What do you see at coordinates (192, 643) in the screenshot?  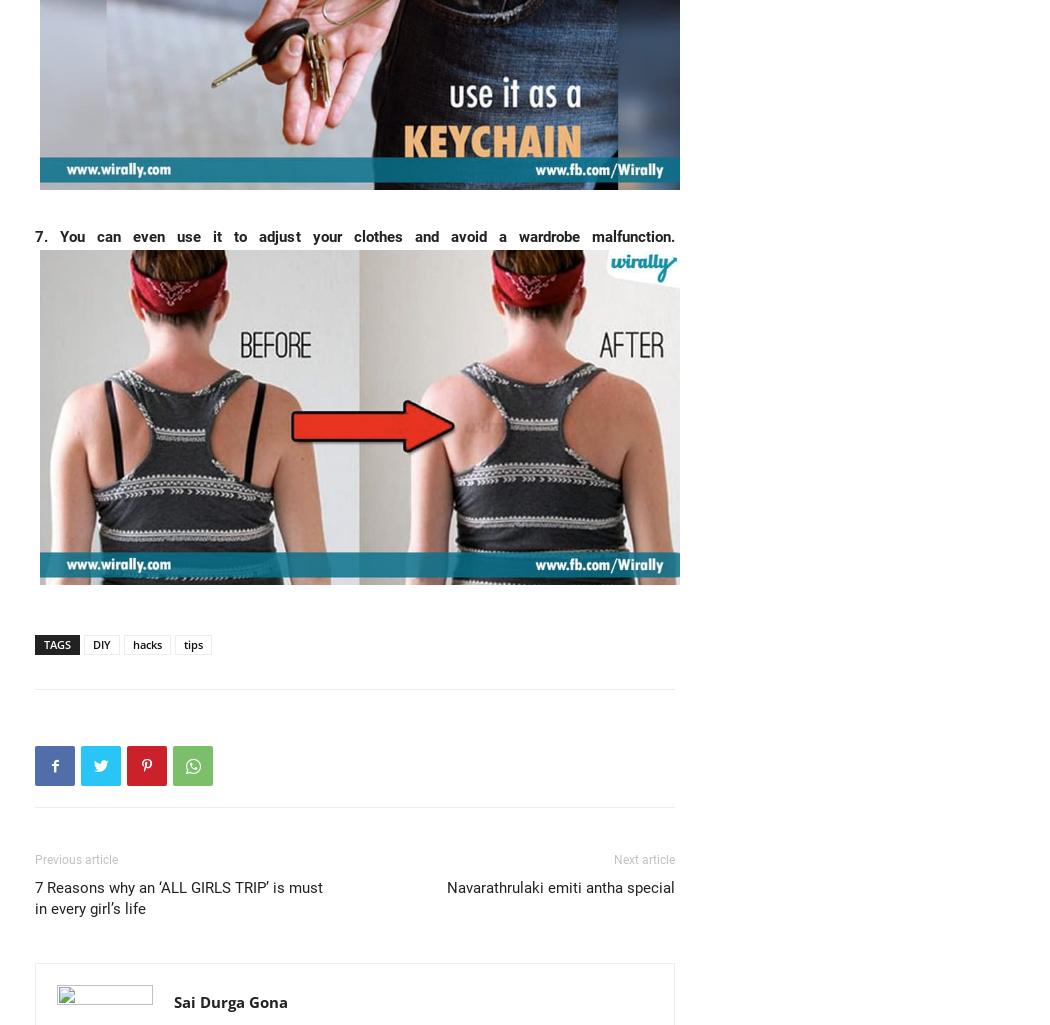 I see `'tips'` at bounding box center [192, 643].